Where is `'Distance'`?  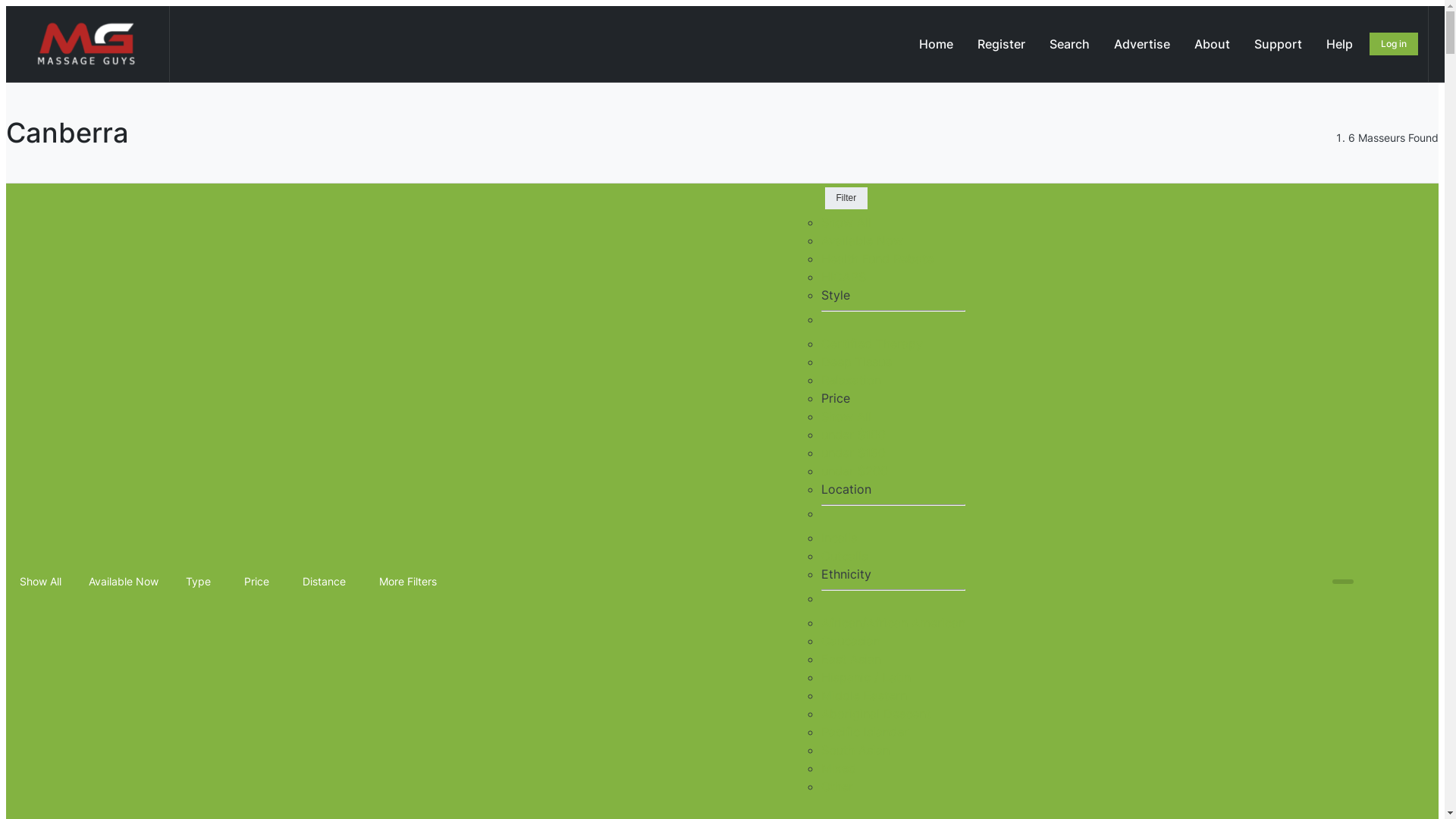 'Distance' is located at coordinates (326, 581).